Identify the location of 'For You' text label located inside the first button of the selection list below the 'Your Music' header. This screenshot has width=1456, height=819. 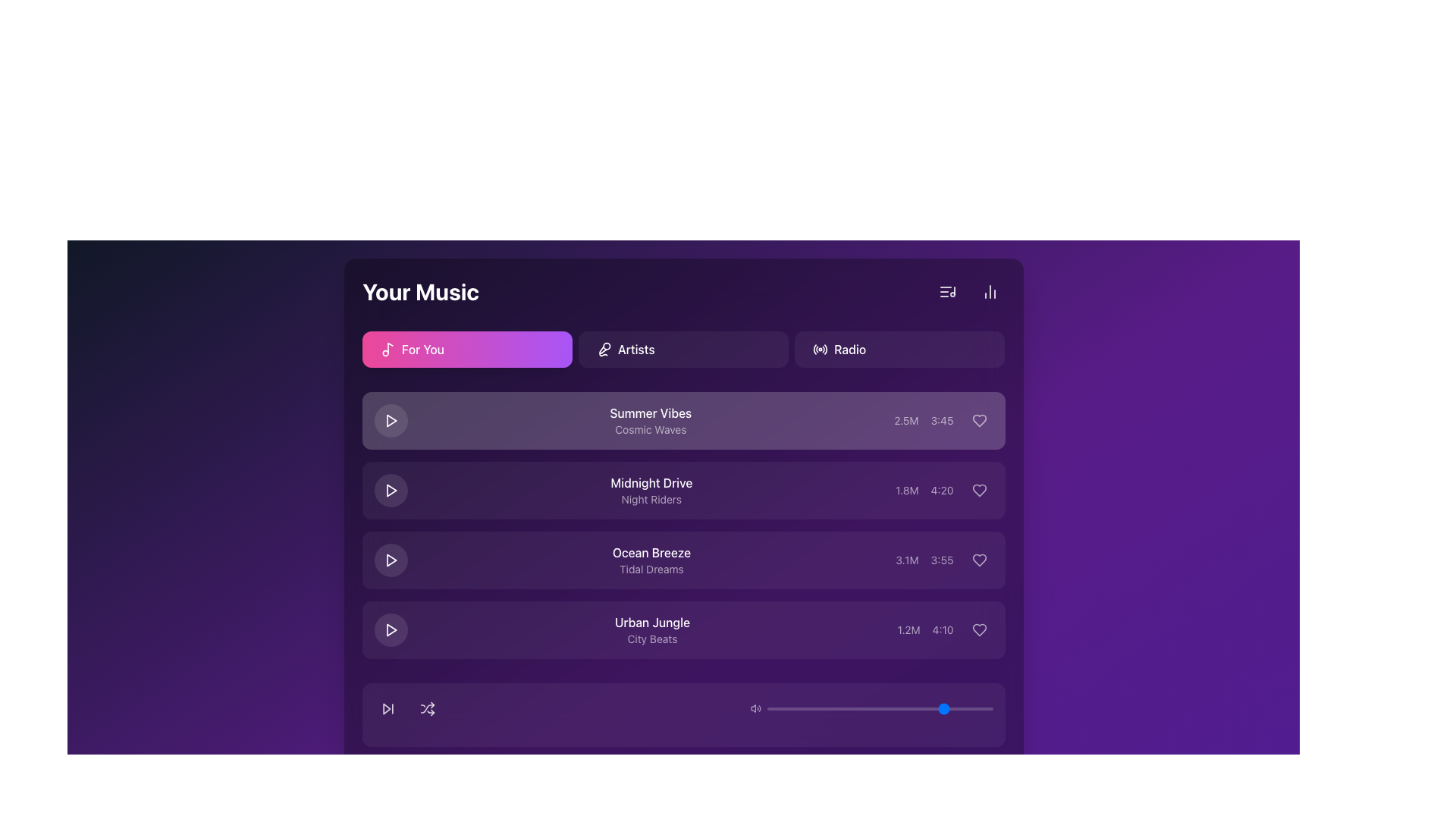
(422, 350).